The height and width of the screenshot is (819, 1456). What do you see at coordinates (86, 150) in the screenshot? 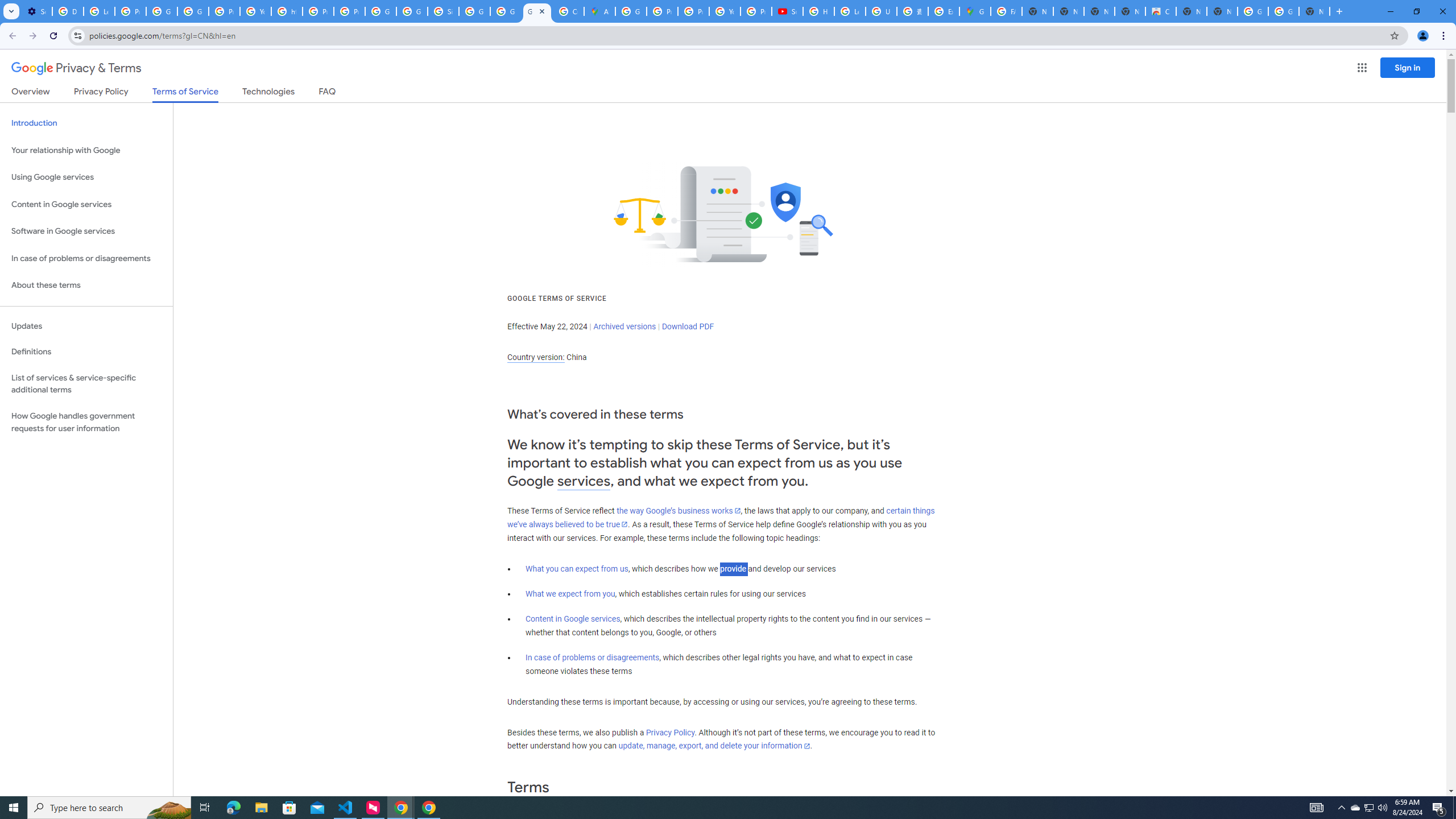
I see `'Your relationship with Google'` at bounding box center [86, 150].